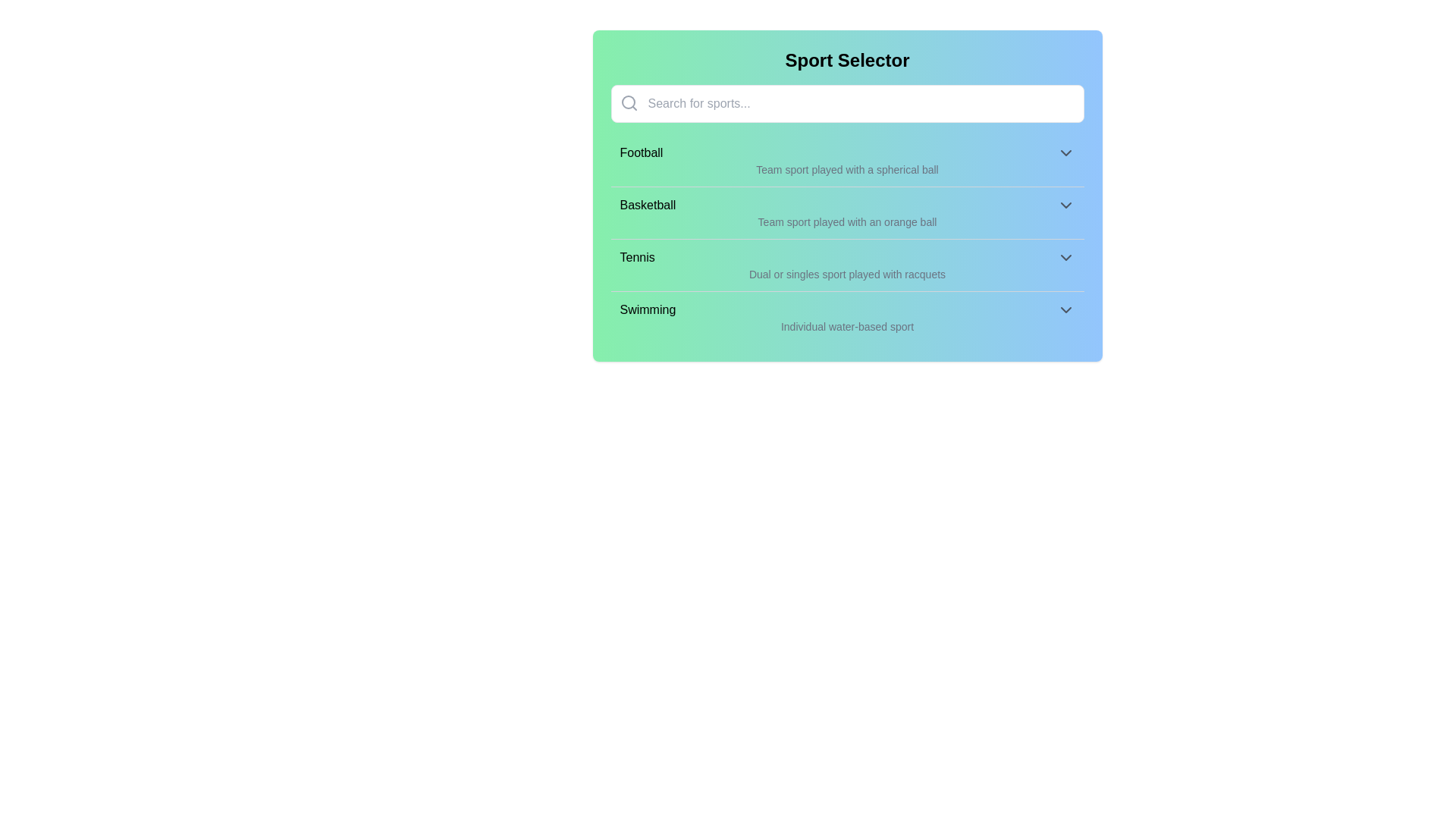 This screenshot has height=819, width=1456. Describe the element at coordinates (641, 152) in the screenshot. I see `the 'Football' label element, which is the first item in the 'Sport Selector' vertical list` at that location.